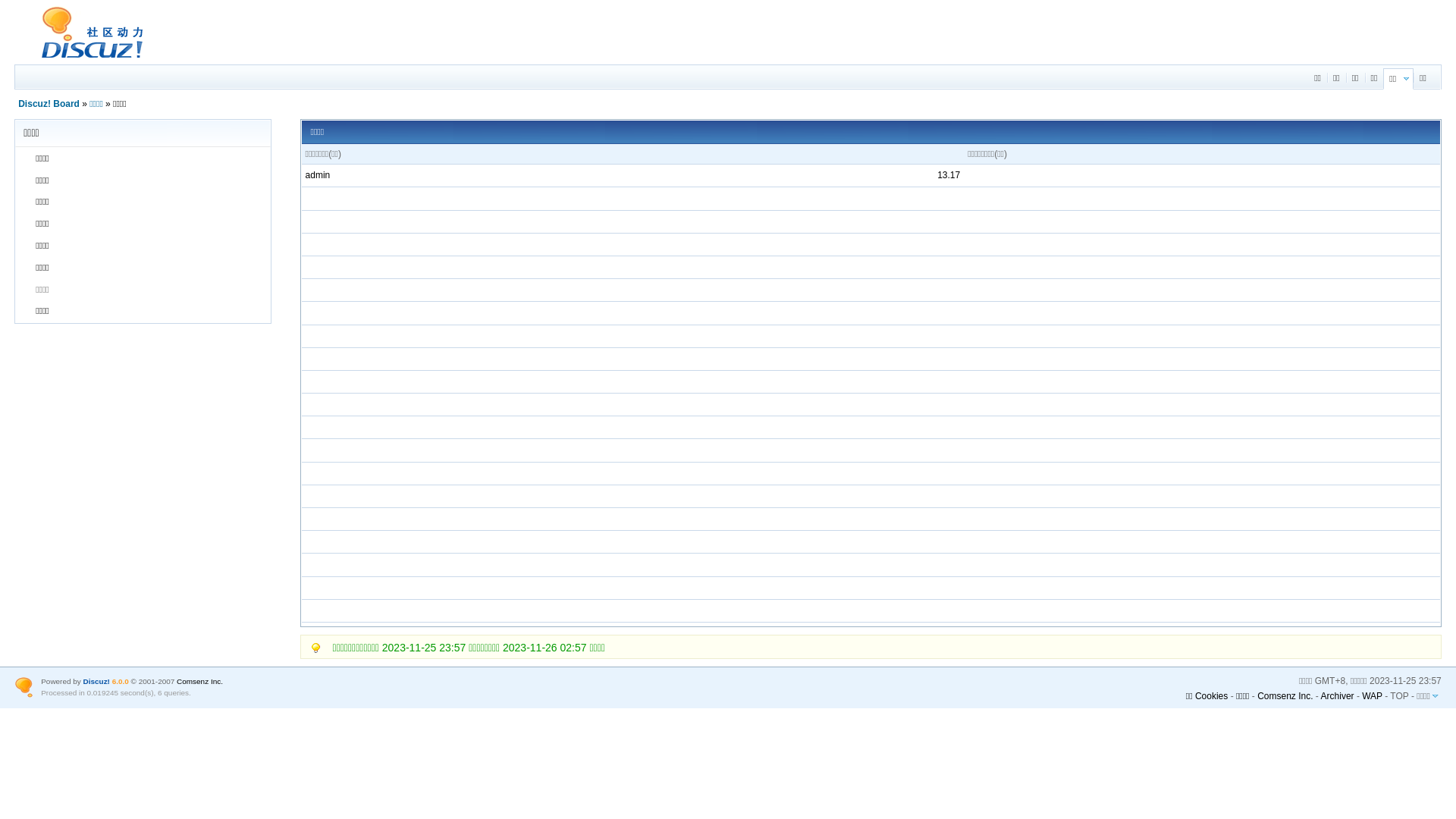 Image resolution: width=1456 pixels, height=819 pixels. What do you see at coordinates (199, 680) in the screenshot?
I see `'Comsenz Inc.'` at bounding box center [199, 680].